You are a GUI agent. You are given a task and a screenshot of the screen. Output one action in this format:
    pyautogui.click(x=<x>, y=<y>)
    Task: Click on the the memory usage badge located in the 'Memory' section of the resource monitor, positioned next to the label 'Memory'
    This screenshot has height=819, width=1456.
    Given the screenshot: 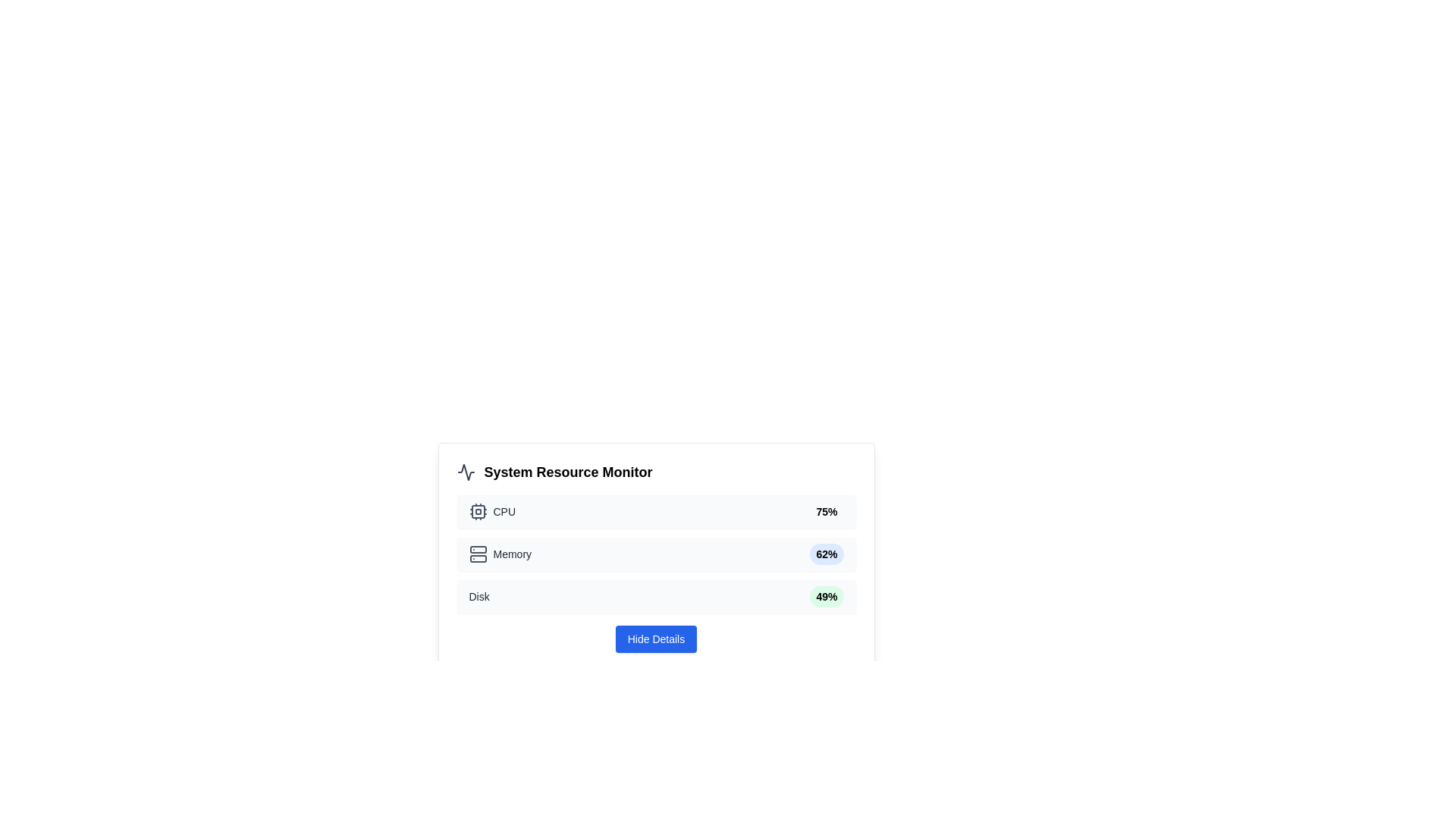 What is the action you would take?
    pyautogui.click(x=826, y=554)
    